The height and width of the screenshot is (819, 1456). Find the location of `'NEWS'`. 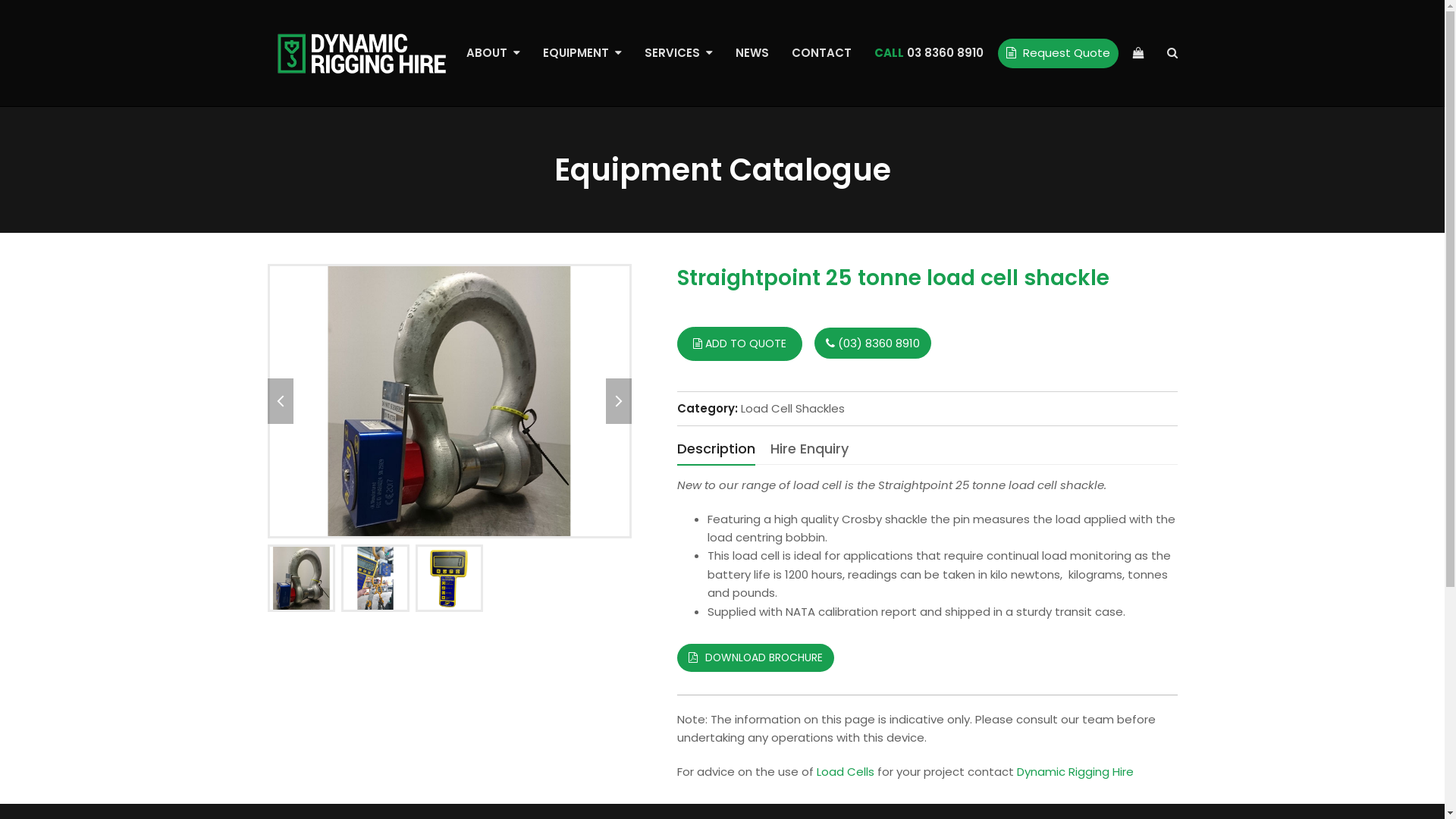

'NEWS' is located at coordinates (751, 52).